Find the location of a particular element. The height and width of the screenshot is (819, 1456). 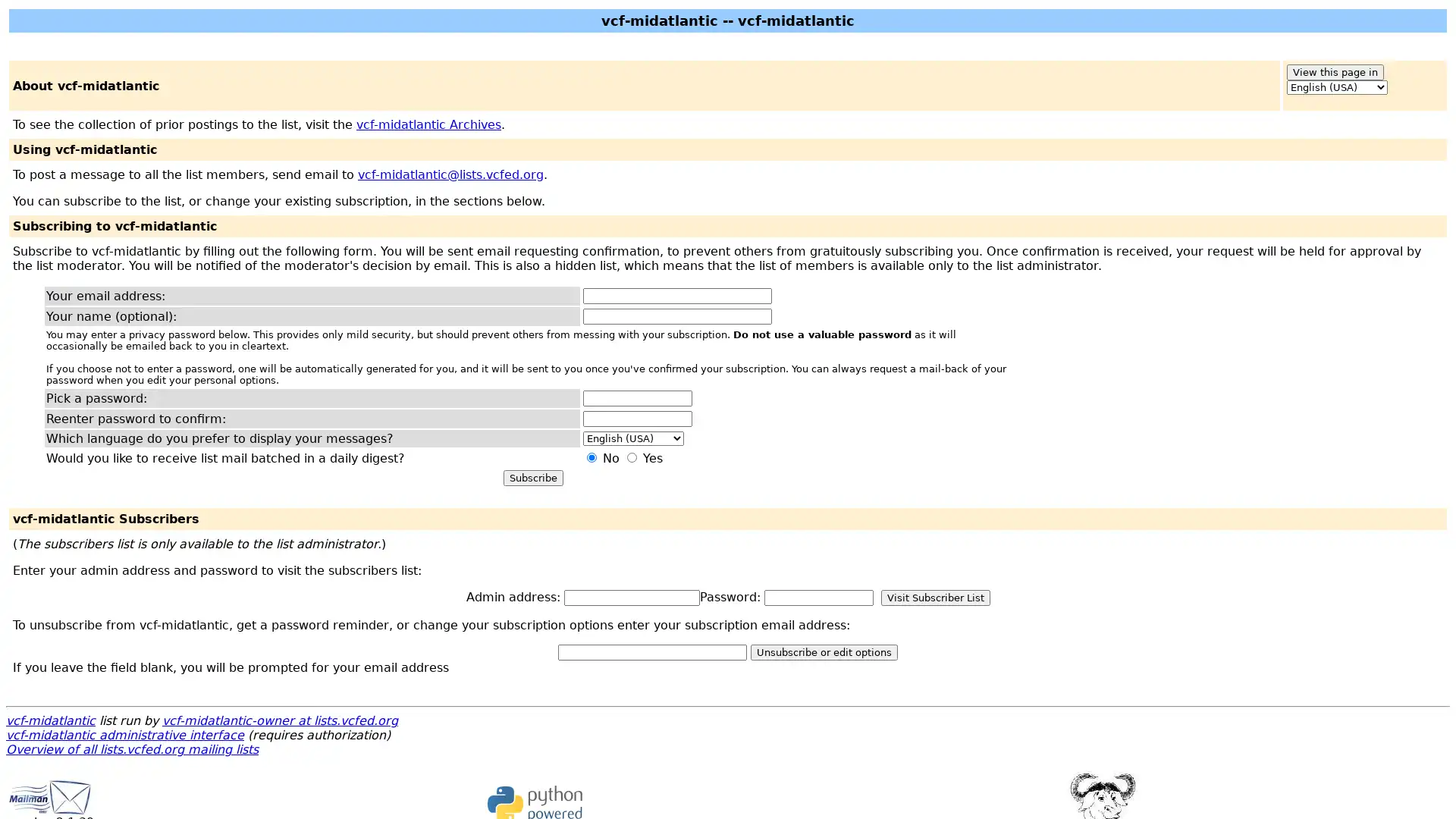

Unsubscribe or edit options is located at coordinates (823, 651).